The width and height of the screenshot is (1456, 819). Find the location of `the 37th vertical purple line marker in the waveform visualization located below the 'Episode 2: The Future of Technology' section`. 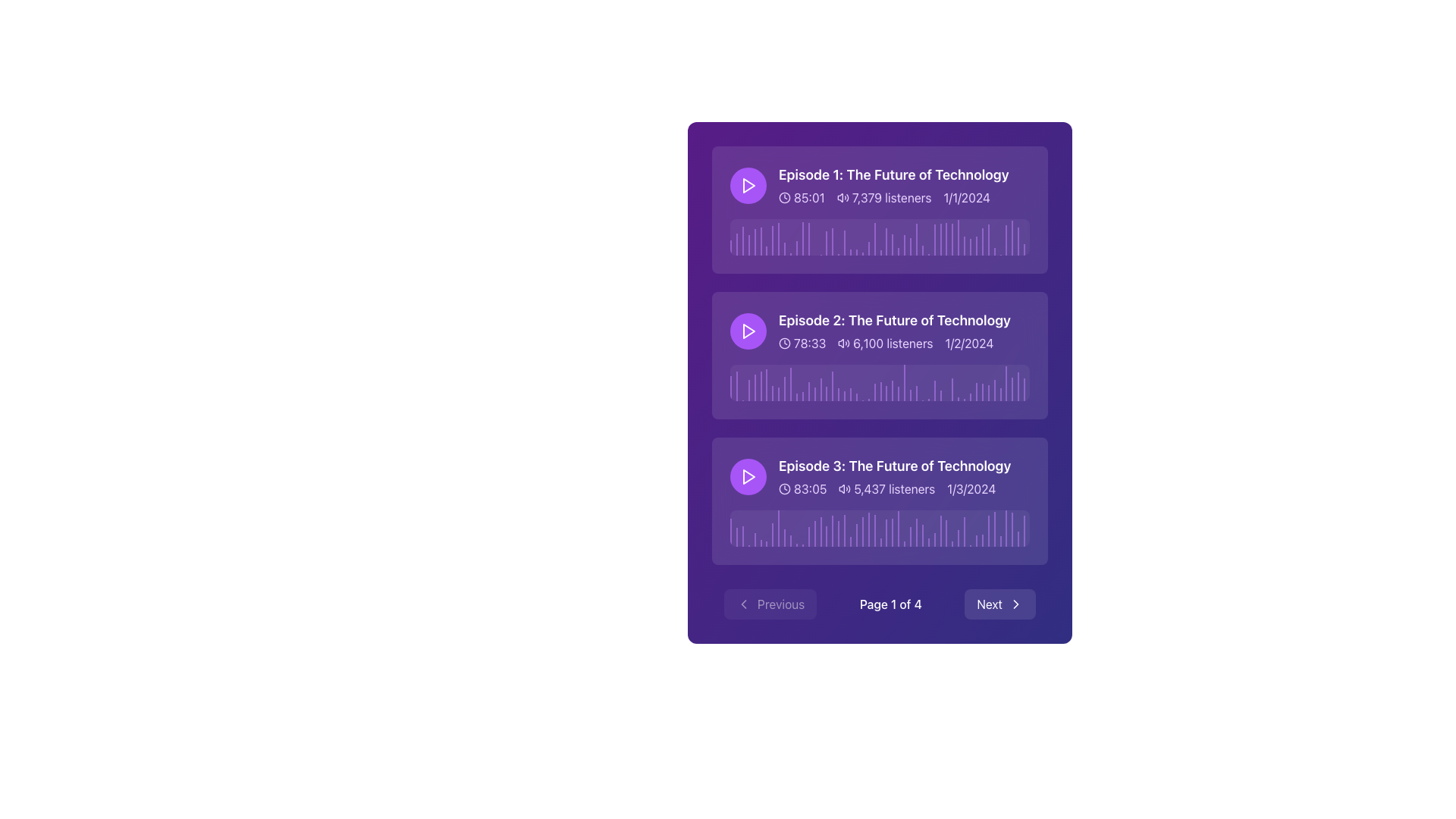

the 37th vertical purple line marker in the waveform visualization located below the 'Episode 2: The Future of Technology' section is located at coordinates (952, 388).